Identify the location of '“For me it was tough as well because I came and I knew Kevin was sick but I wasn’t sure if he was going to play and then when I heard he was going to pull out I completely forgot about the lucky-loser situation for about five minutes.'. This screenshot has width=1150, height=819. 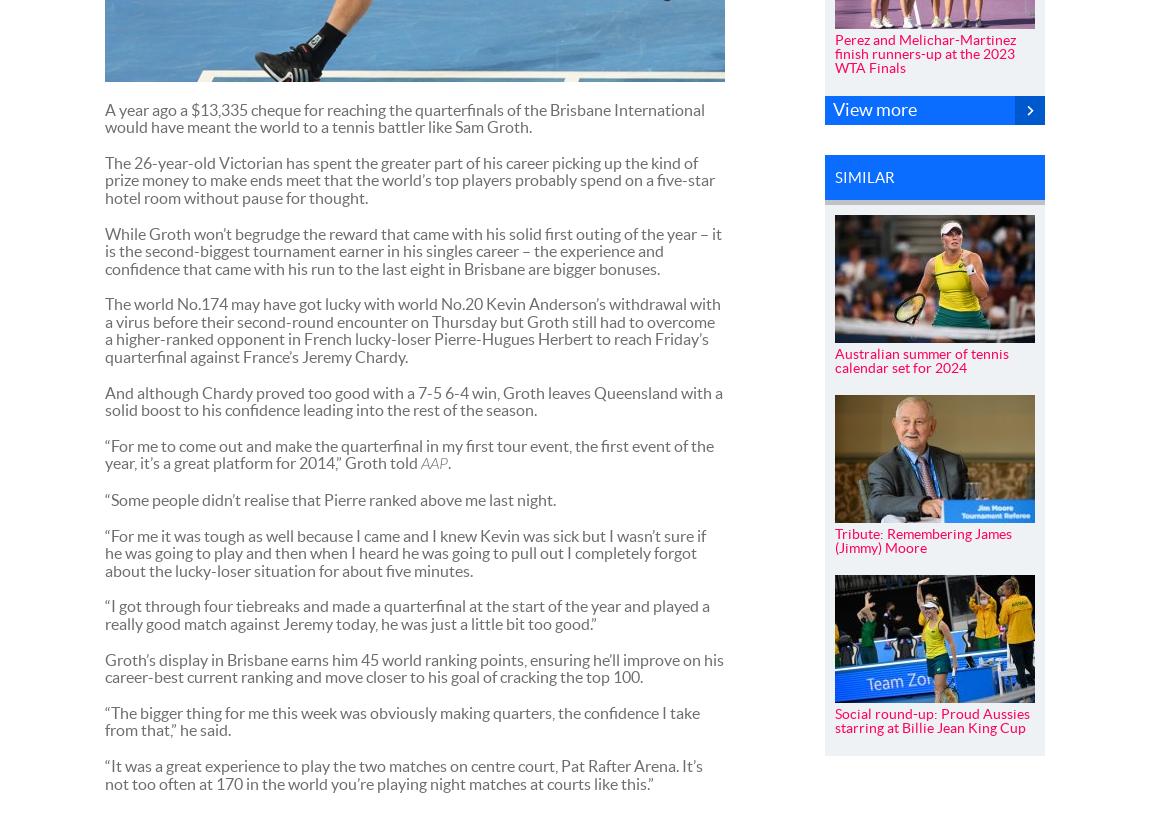
(405, 552).